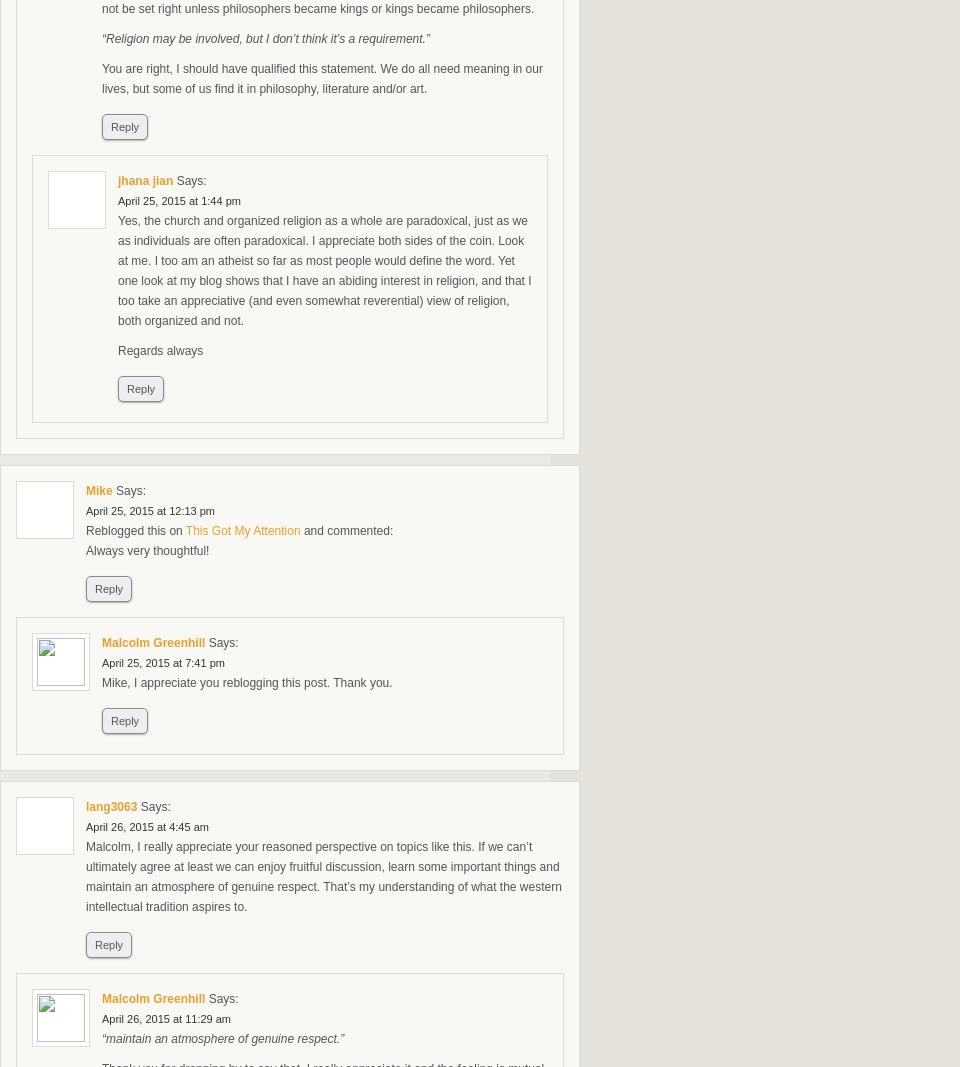  What do you see at coordinates (149, 509) in the screenshot?
I see `'April 25, 2015 at 12:13 pm'` at bounding box center [149, 509].